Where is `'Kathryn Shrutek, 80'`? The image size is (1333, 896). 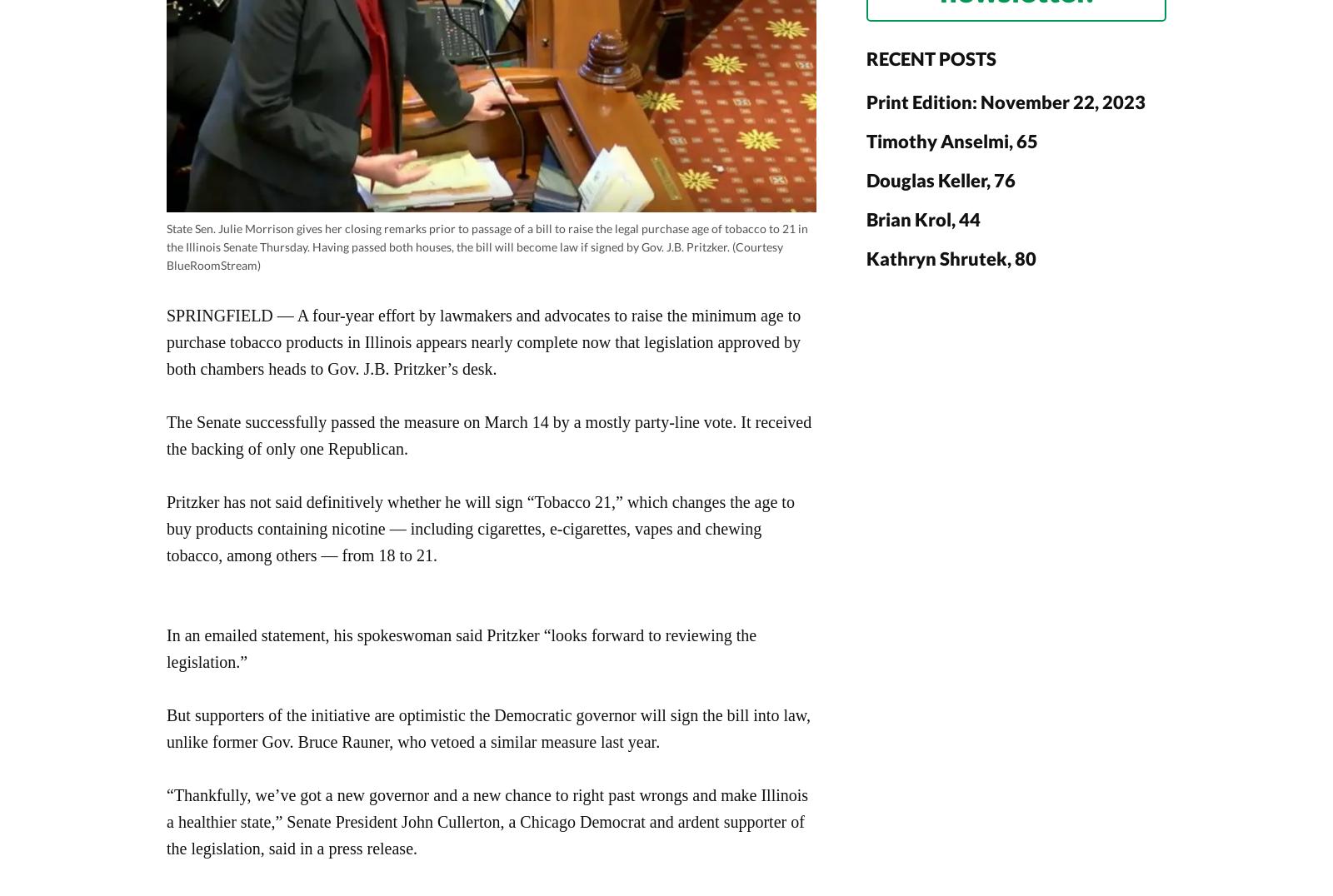 'Kathryn Shrutek, 80' is located at coordinates (951, 256).